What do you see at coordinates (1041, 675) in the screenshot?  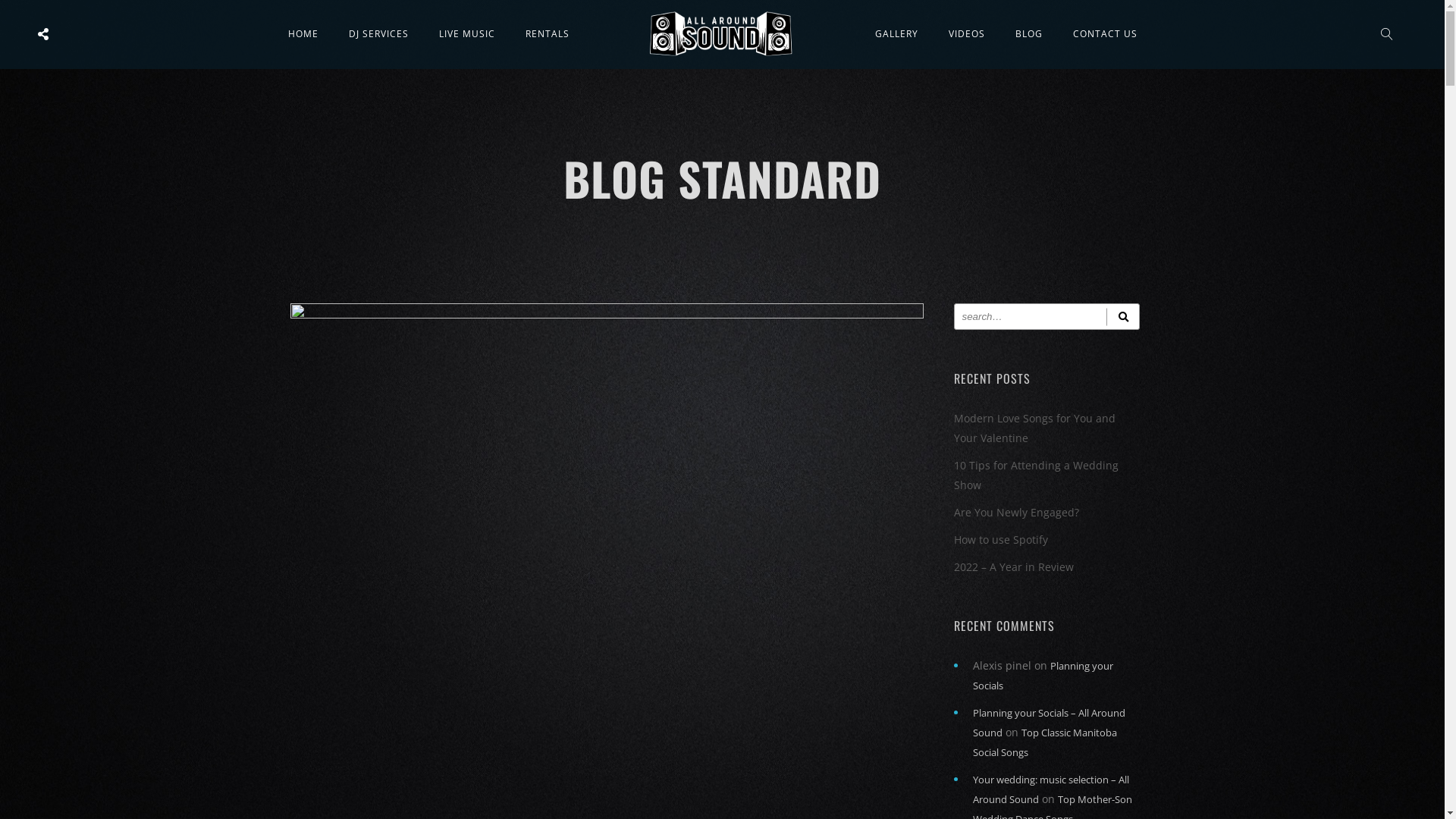 I see `'Planning your Socials'` at bounding box center [1041, 675].